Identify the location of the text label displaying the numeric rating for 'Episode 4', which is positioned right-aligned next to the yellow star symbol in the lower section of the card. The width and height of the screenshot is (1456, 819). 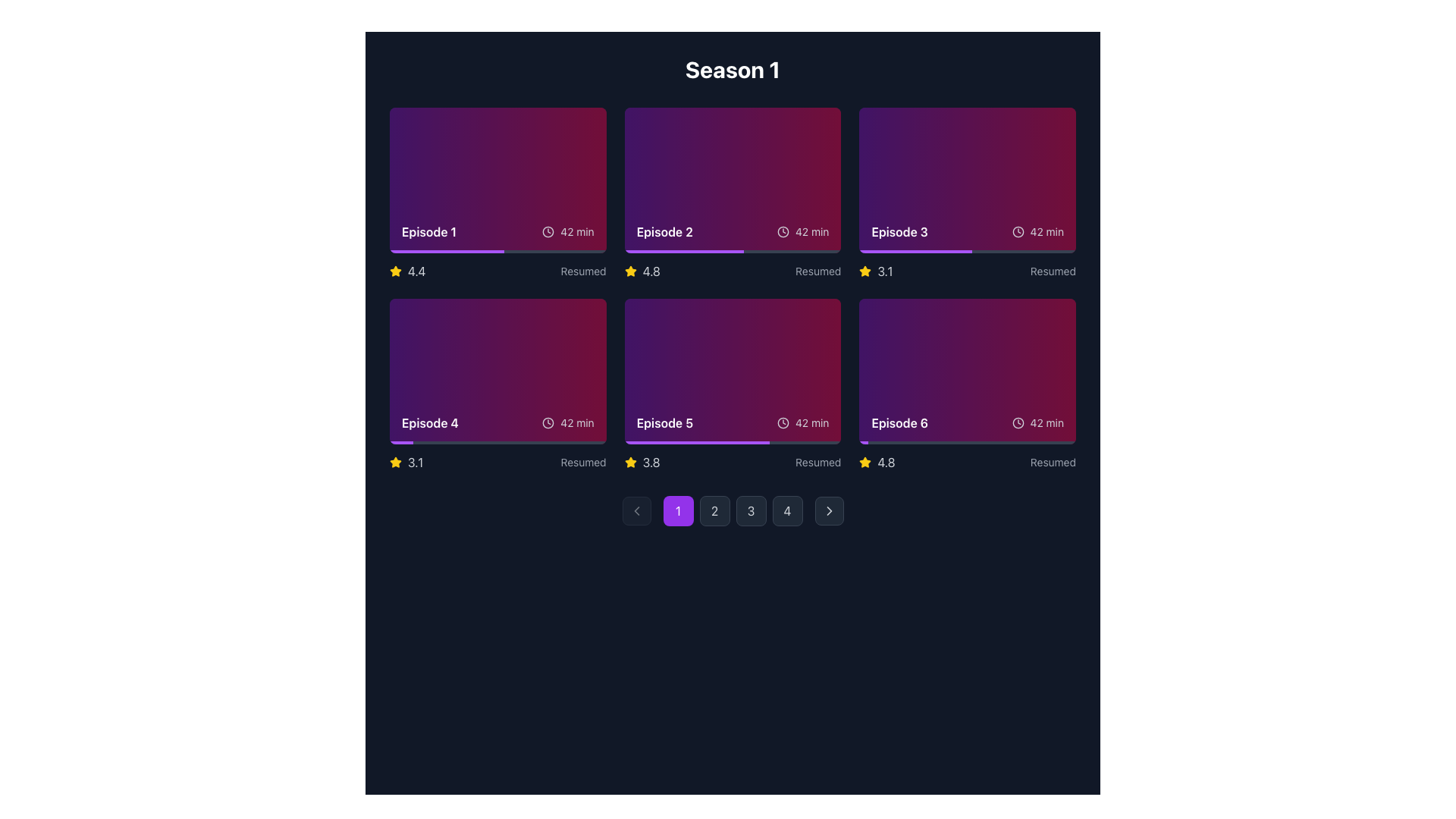
(416, 461).